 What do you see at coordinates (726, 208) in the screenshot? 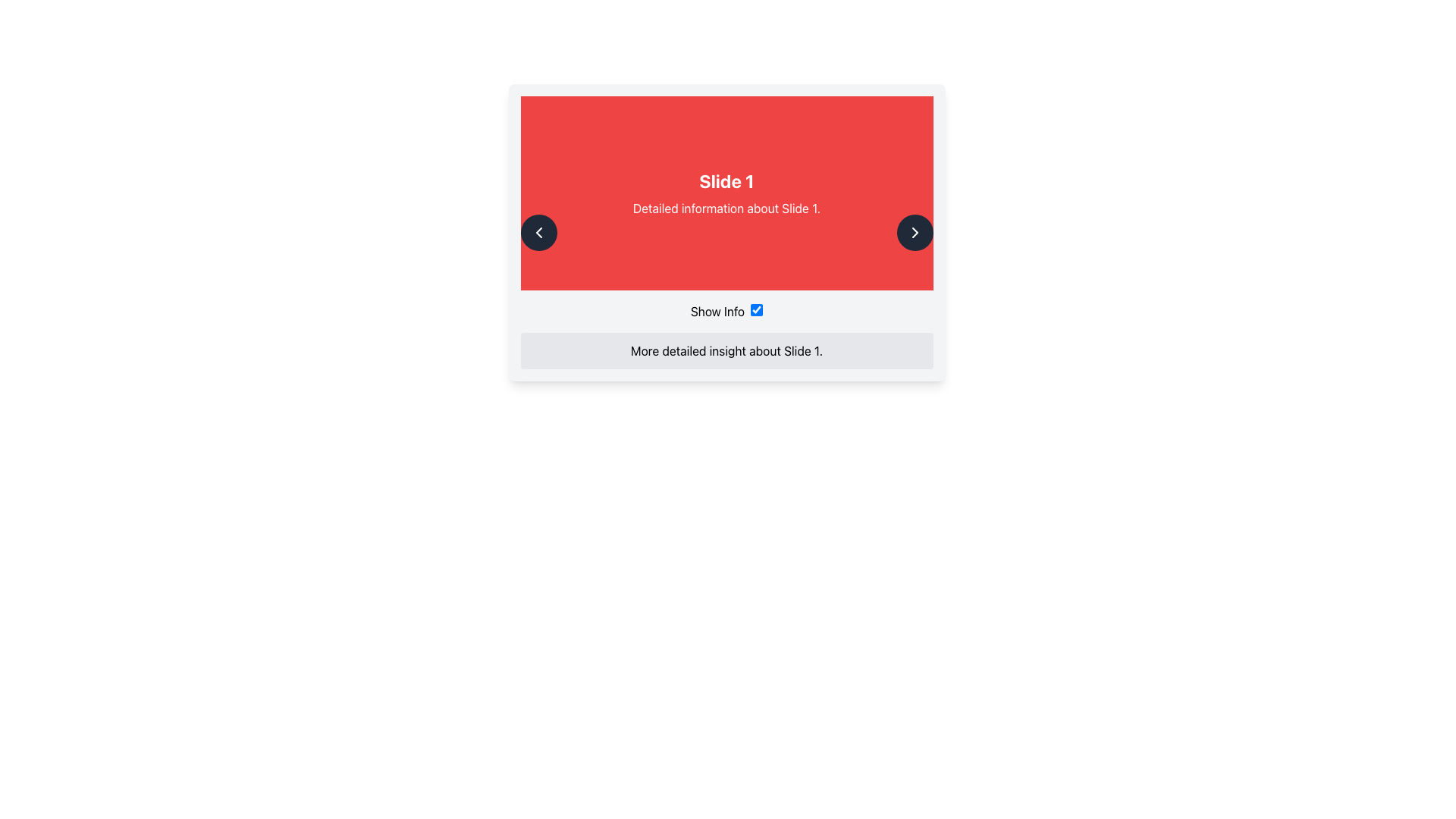
I see `text element that displays 'Detailed information about Slide 1.' which is styled with a red background and located directly below the title 'Slide 1.'` at bounding box center [726, 208].